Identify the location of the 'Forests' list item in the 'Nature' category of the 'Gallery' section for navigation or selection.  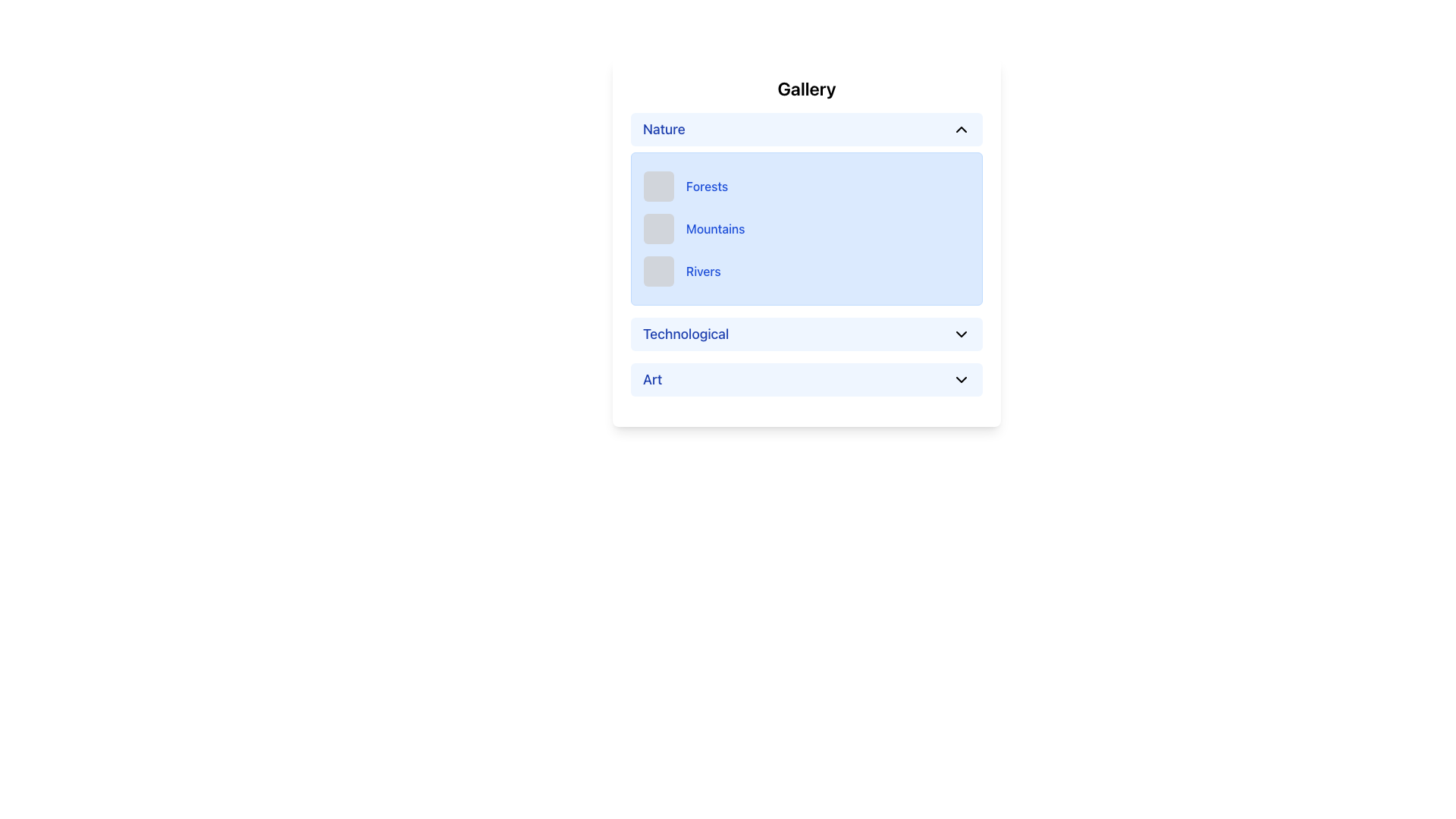
(806, 186).